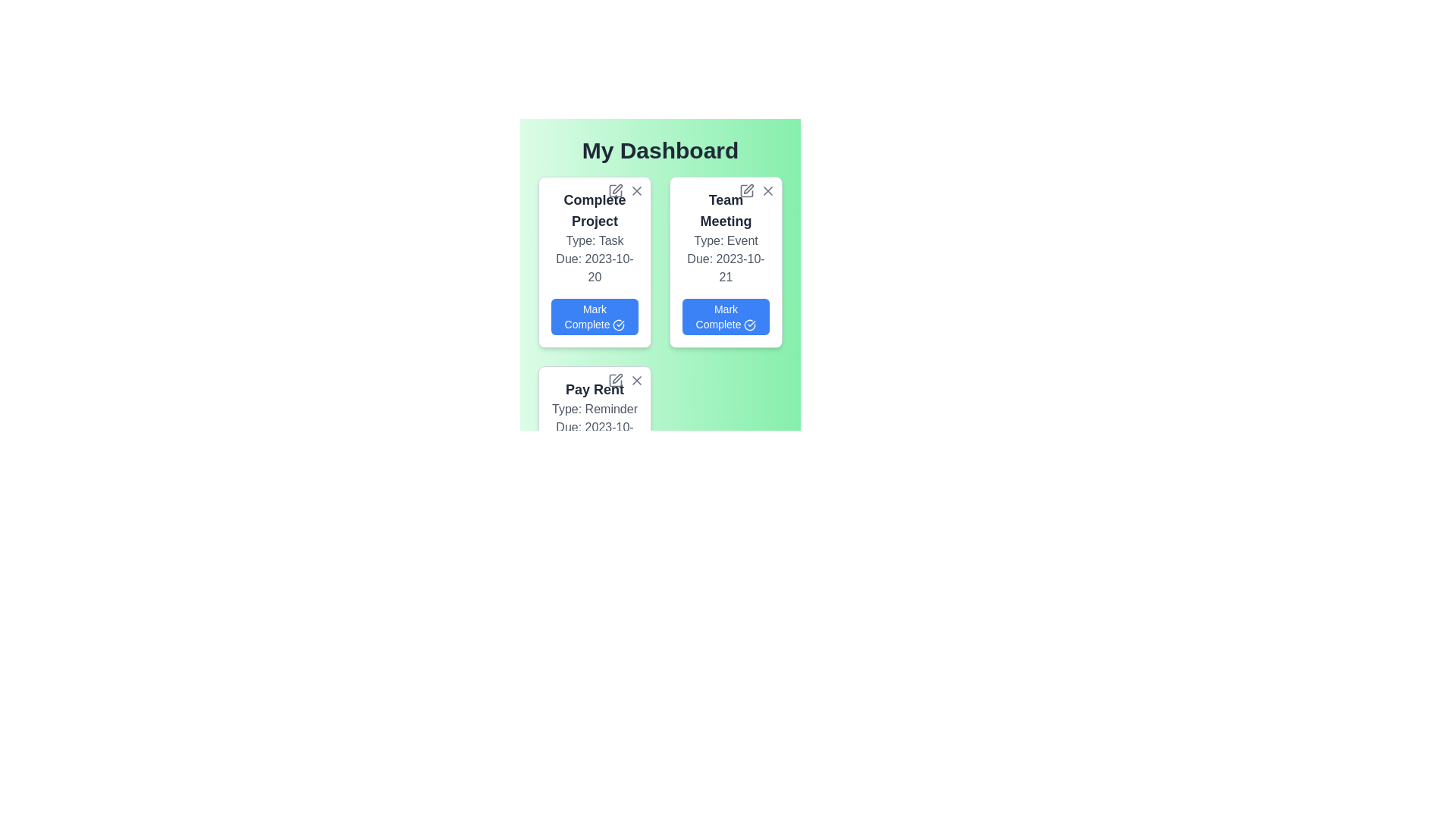  I want to click on the text label displaying 'Type: Reminder' which is styled in gray font and positioned within the 'Pay Rent' card, located directly below the title 'Pay Rent', so click(594, 409).